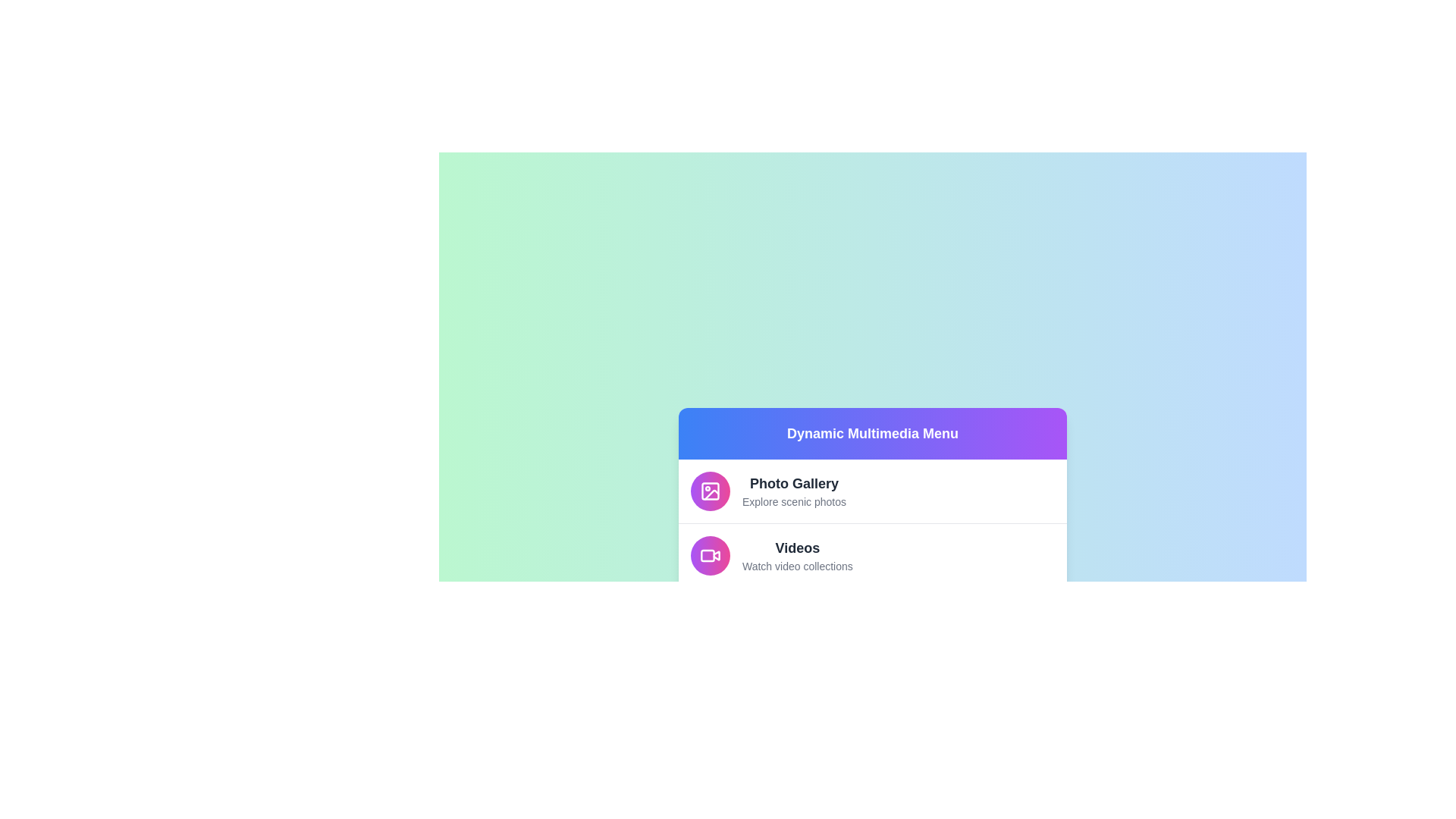  I want to click on the menu item labeled Photo Gallery to navigate to its respective section, so click(873, 491).